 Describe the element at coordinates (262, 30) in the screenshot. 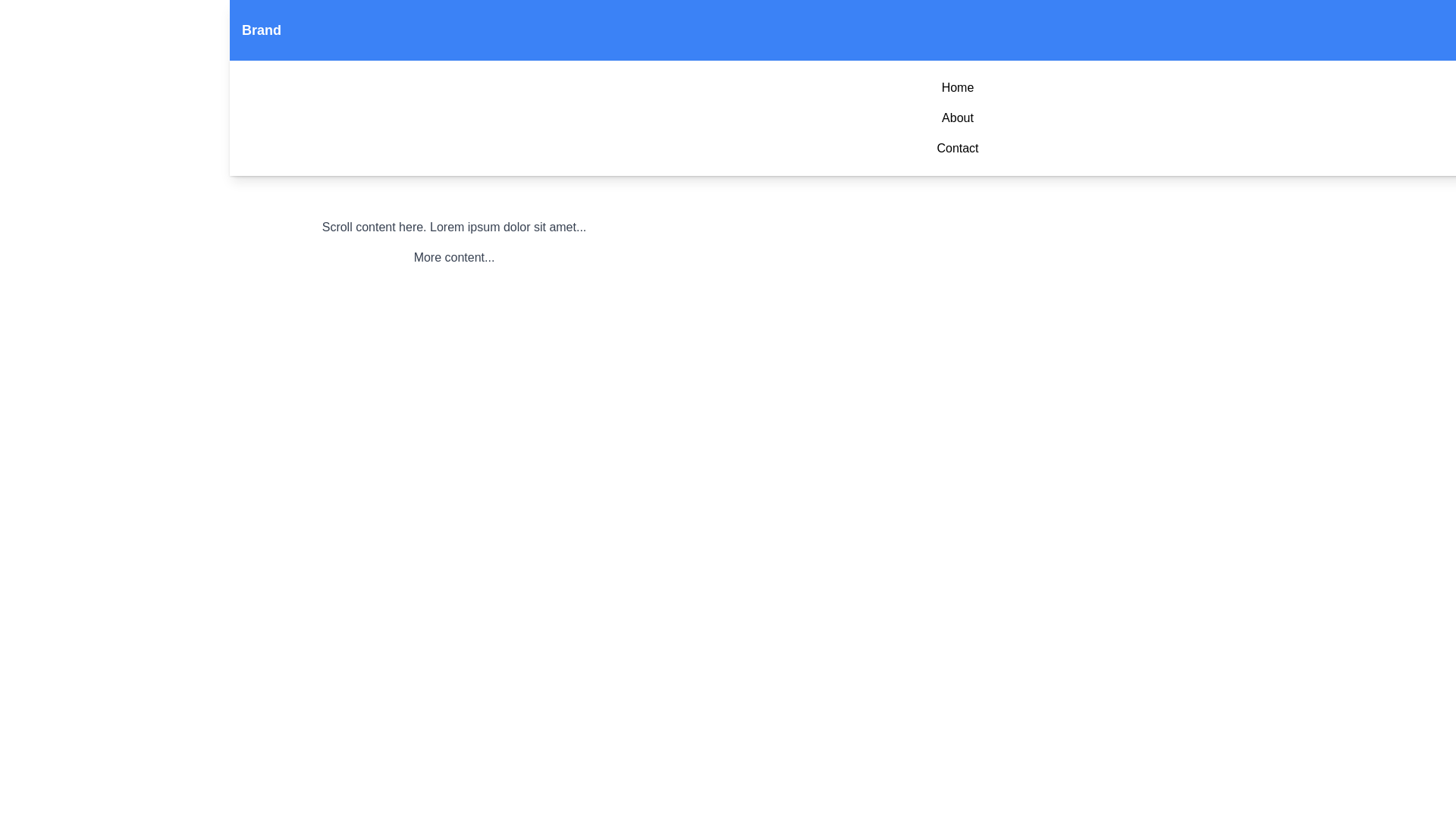

I see `the text label displaying 'Brand' in bold white font, located at the top-left section of the interface against a blue background` at that location.